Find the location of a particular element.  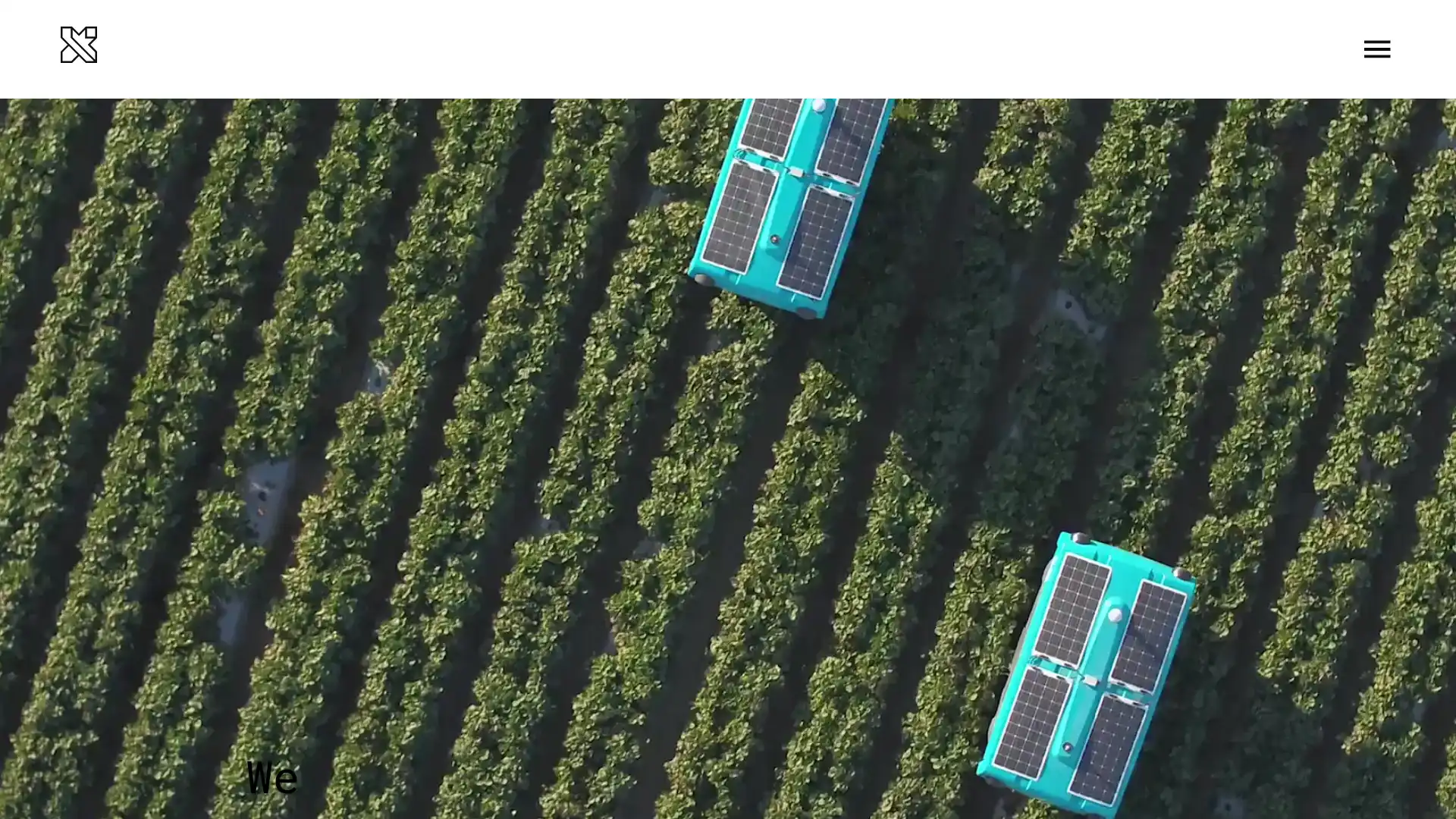

No ordinary ride The Self-Driving Car team completes the worlds first fully self-driving ride on public roads in Austin, TX  no steering wheel, pedals, or test drivers involved. Steve Mahan, the former CEO of the Santa Clara Valley Blind Center, is the inaugural passenger. is located at coordinates (768, 152).